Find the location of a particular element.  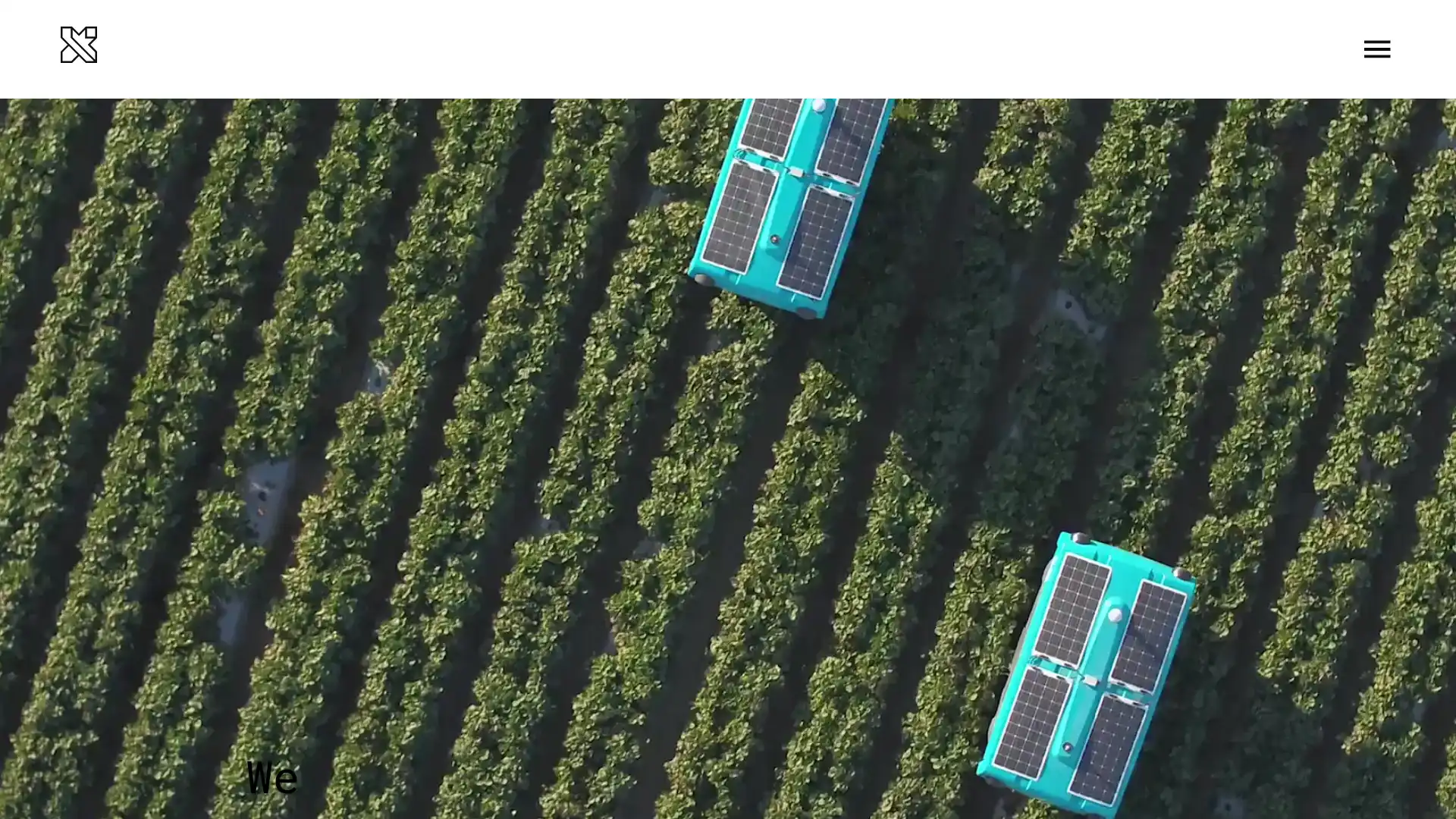

No ordinary ride The Self-Driving Car team completes the worlds first fully self-driving ride on public roads in Austin, TX  no steering wheel, pedals, or test drivers involved. Steve Mahan, the former CEO of the Santa Clara Valley Blind Center, is the inaugural passenger. is located at coordinates (768, 152).